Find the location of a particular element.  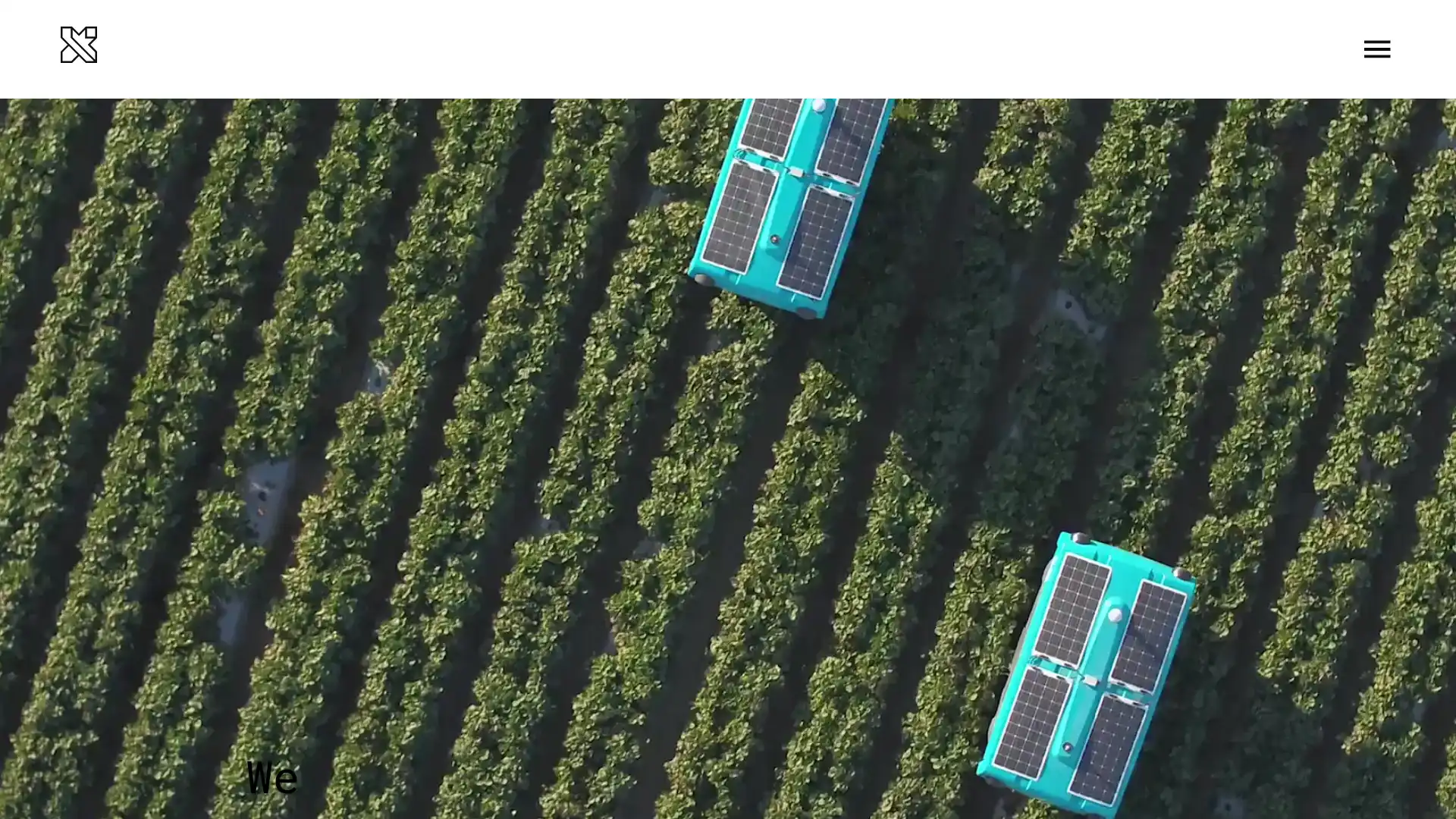

No ordinary ride The Self-Driving Car team completes the worlds first fully self-driving ride on public roads in Austin, TX  no steering wheel, pedals, or test drivers involved. Steve Mahan, the former CEO of the Santa Clara Valley Blind Center, is the inaugural passenger. is located at coordinates (768, 152).